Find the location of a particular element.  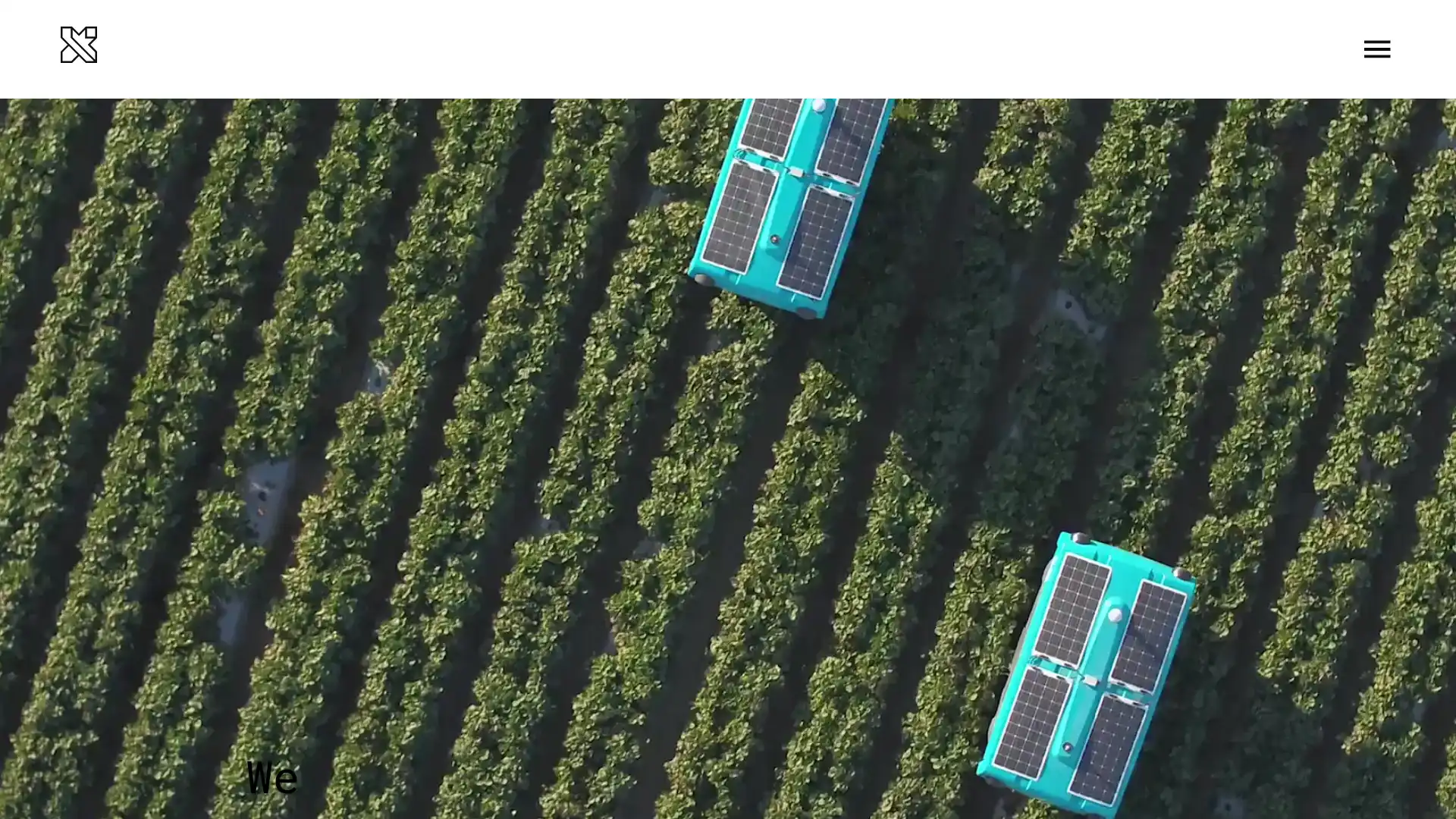

No ordinary ride The Self-Driving Car team completes the worlds first fully self-driving ride on public roads in Austin, TX  no steering wheel, pedals, or test drivers involved. Steve Mahan, the former CEO of the Santa Clara Valley Blind Center, is the inaugural passenger. is located at coordinates (768, 152).